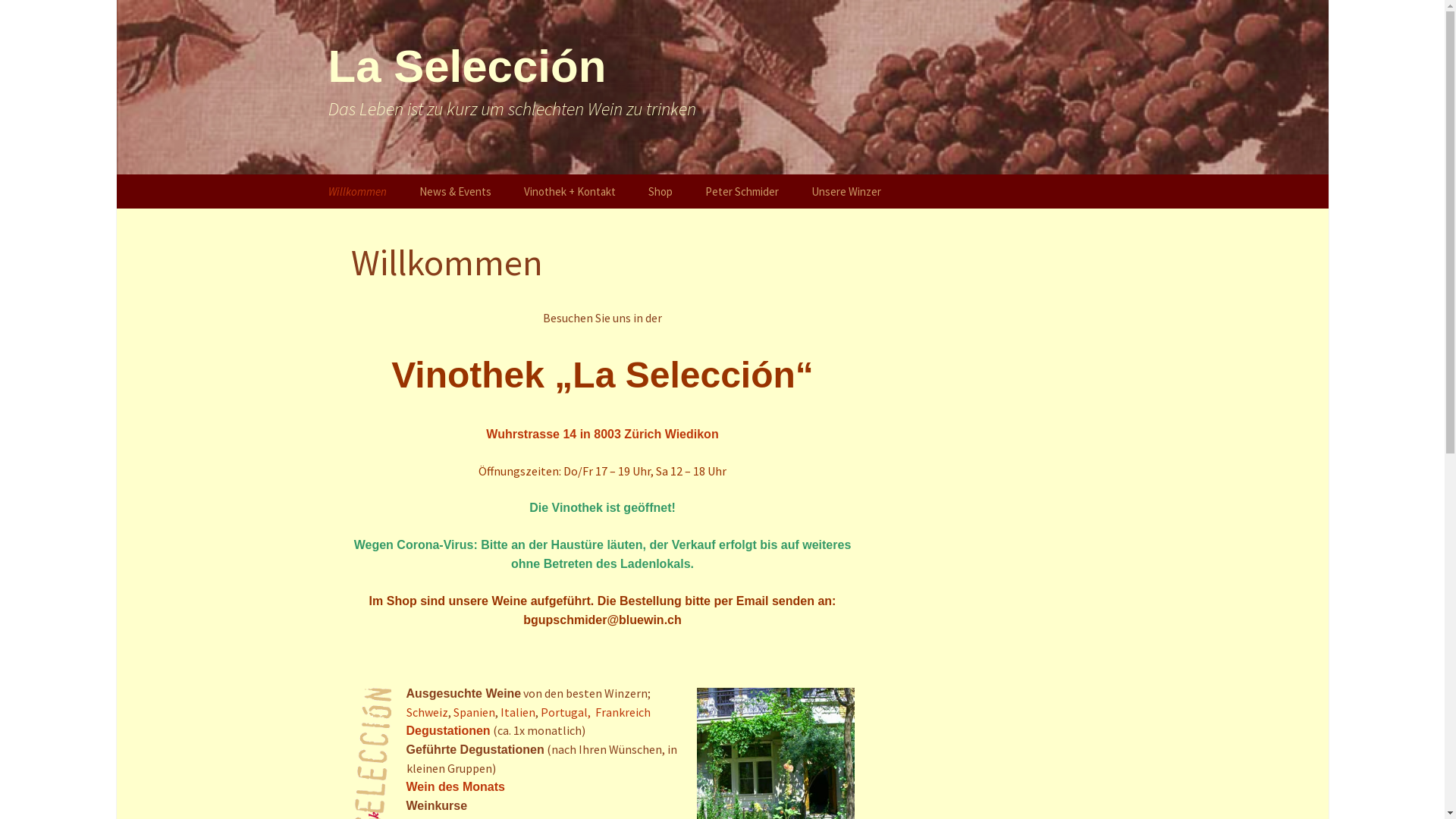 The width and height of the screenshot is (1456, 819). I want to click on 'Schweiz', so click(426, 711).